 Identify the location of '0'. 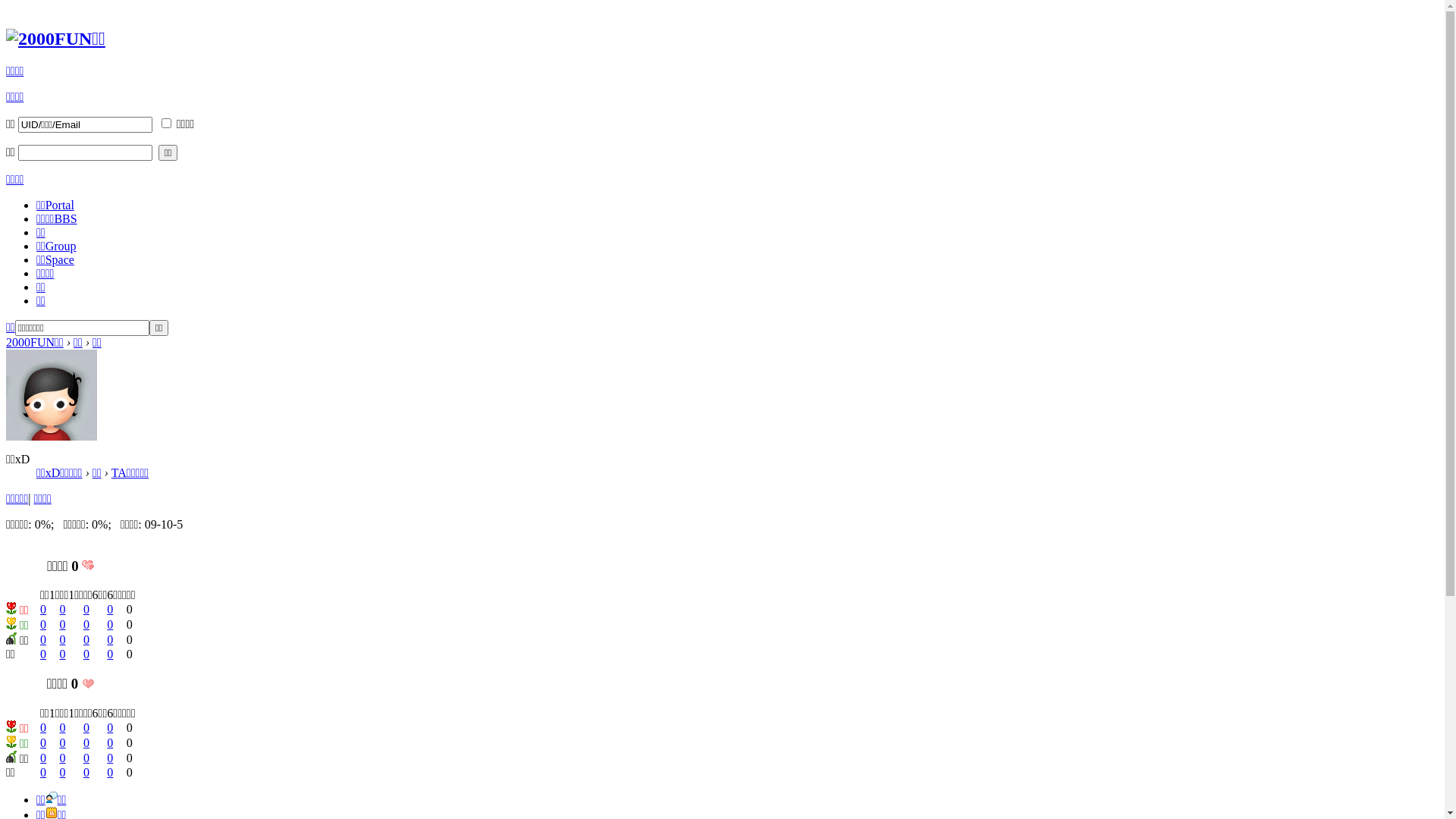
(108, 726).